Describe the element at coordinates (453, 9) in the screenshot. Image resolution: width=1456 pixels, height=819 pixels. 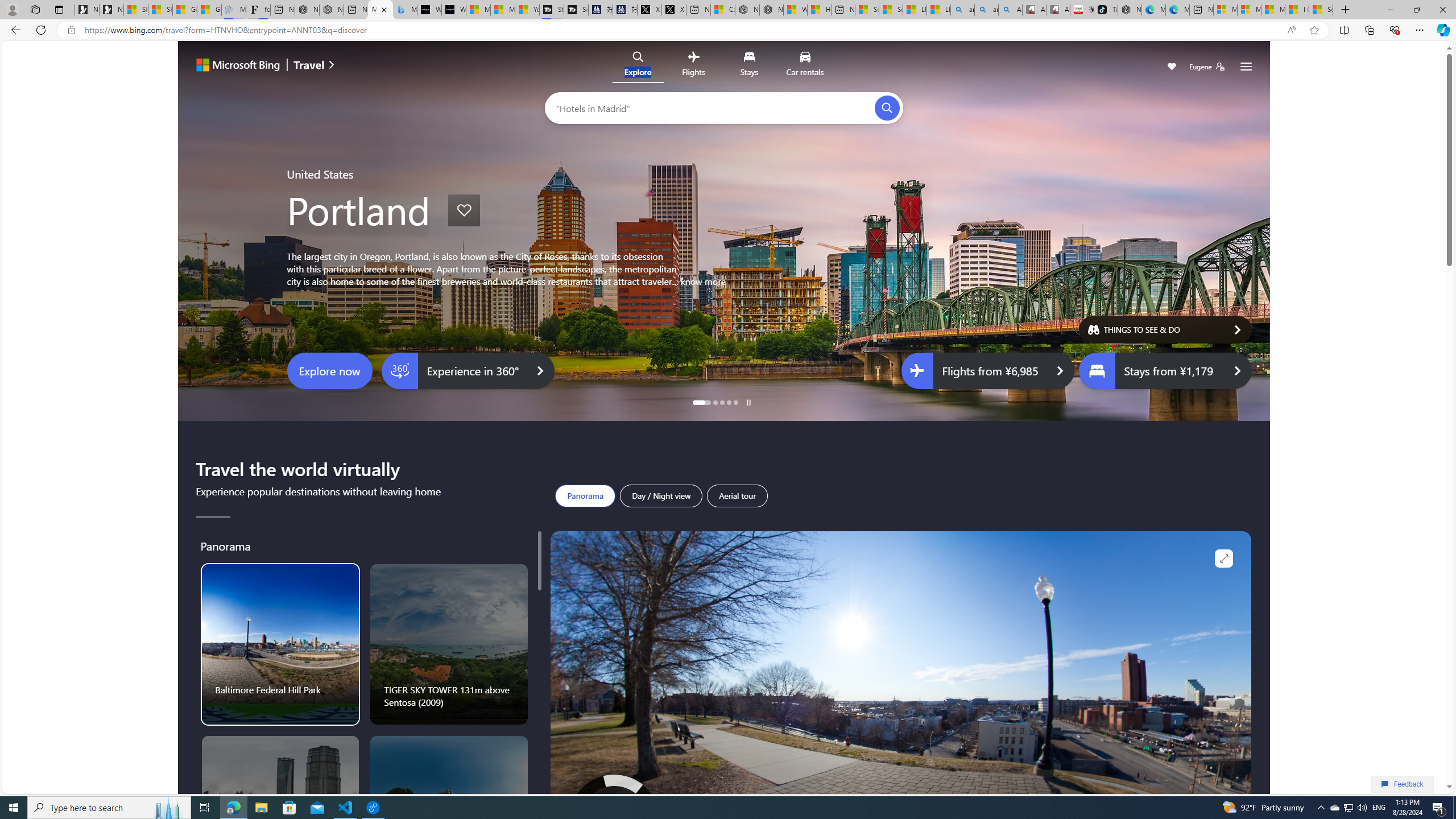
I see `'What'` at that location.